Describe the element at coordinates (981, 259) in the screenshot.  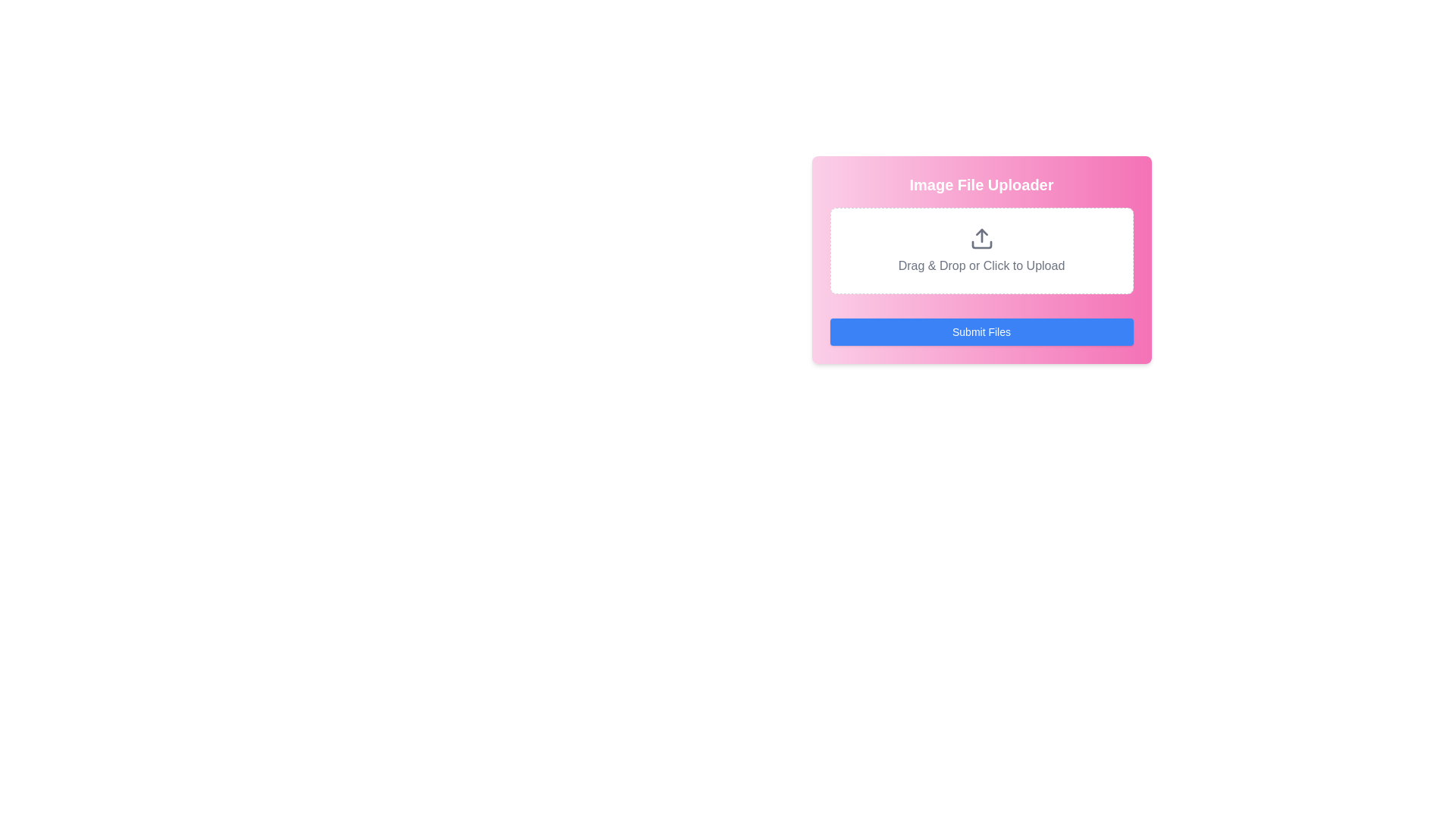
I see `the 'Image File Uploader' component` at that location.